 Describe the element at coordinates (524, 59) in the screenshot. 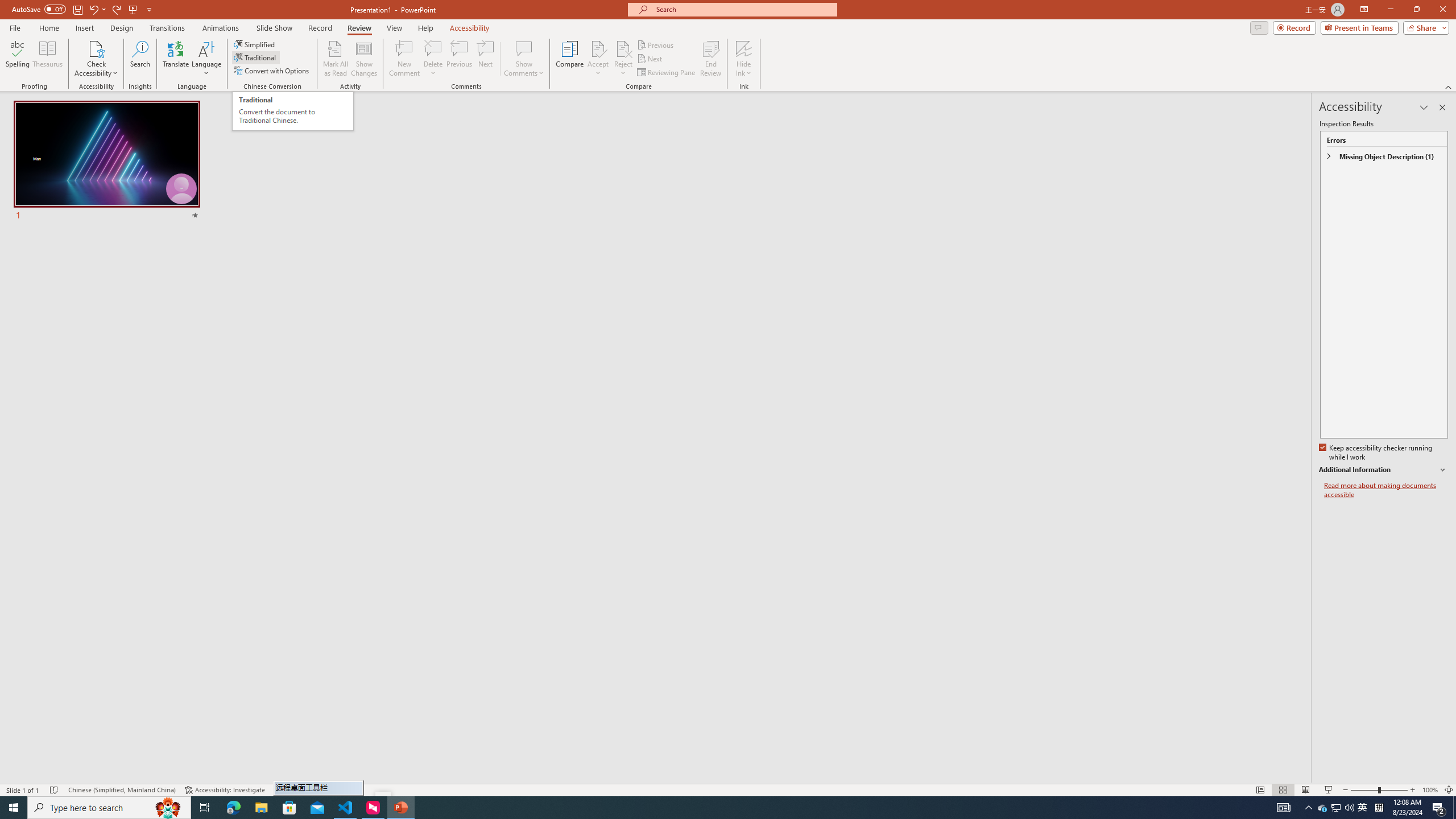

I see `'Show Comments'` at that location.